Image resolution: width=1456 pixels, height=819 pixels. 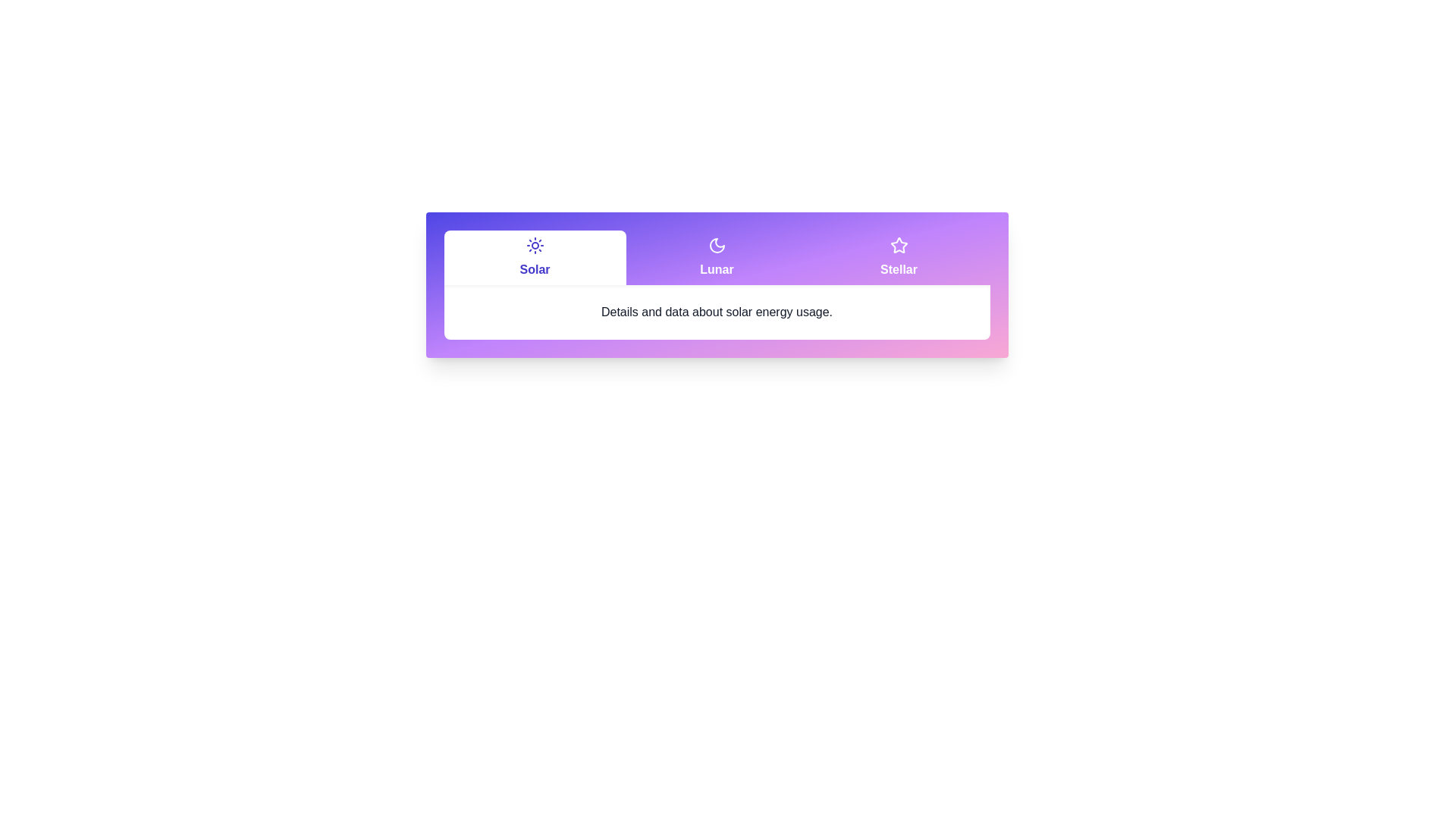 I want to click on the tab header icon corresponding to the Solar tab, so click(x=535, y=245).